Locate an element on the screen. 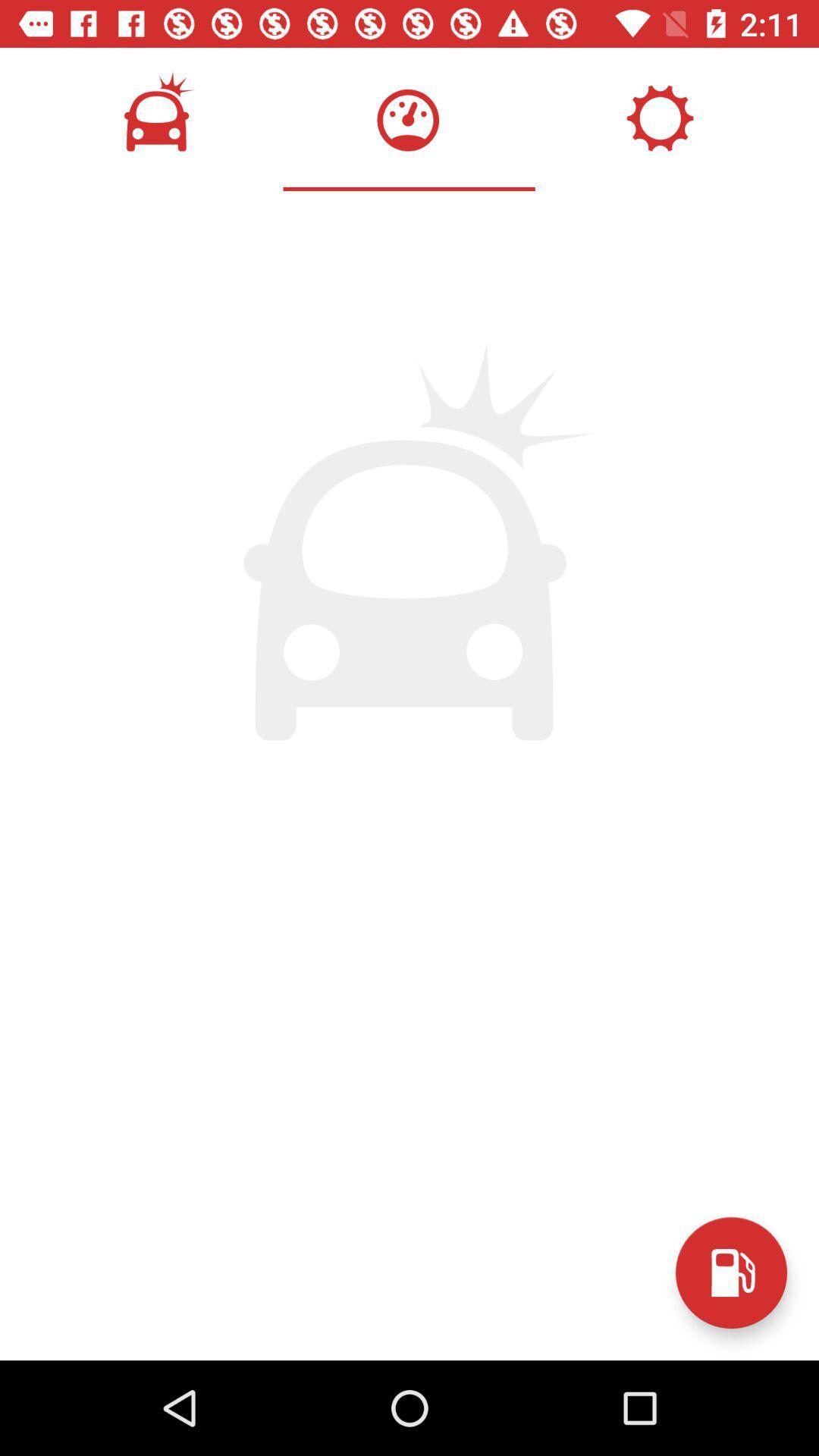 This screenshot has height=1456, width=819. the save icon is located at coordinates (730, 1272).